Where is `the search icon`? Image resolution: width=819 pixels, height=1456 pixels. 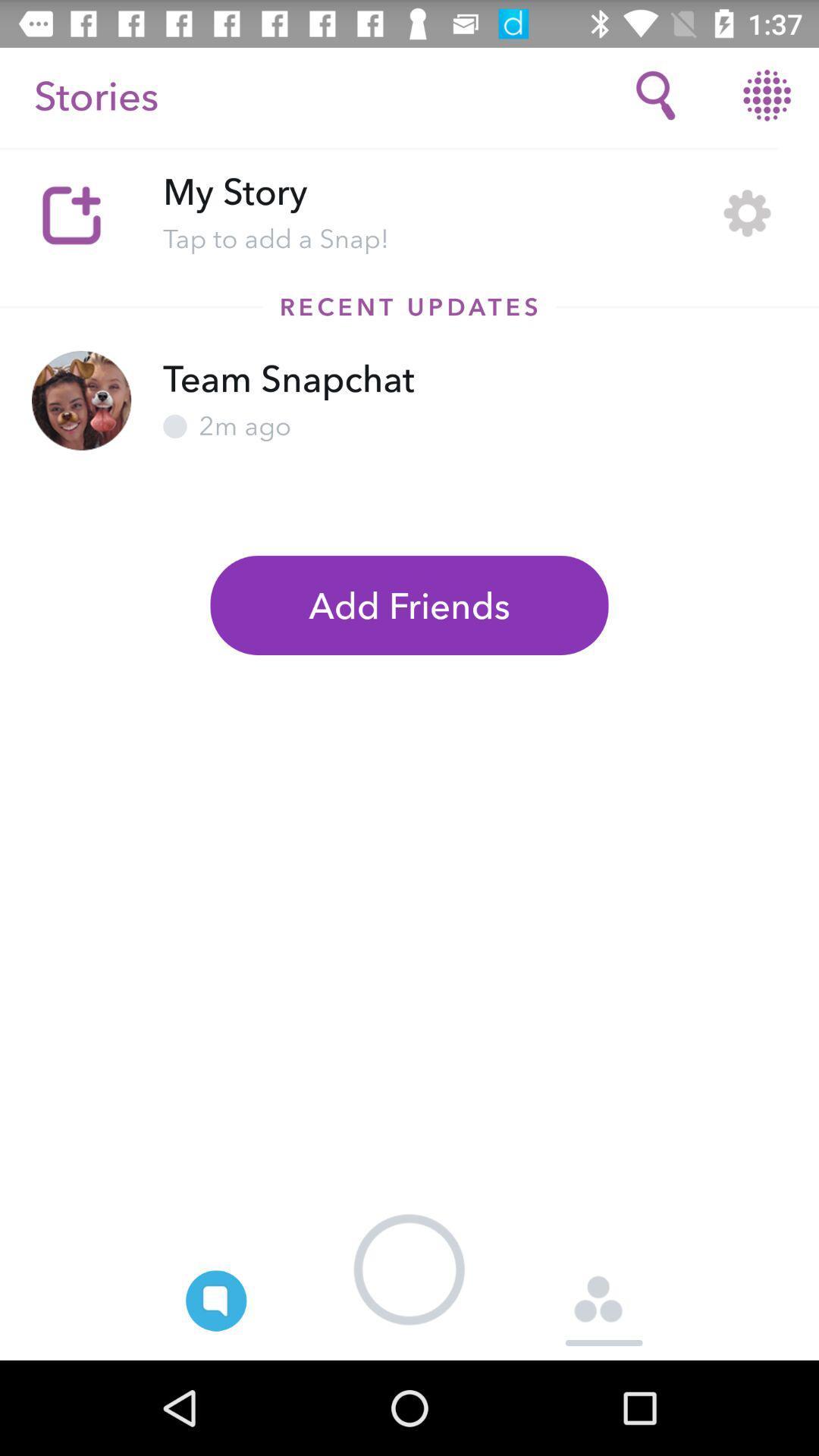
the search icon is located at coordinates (654, 94).